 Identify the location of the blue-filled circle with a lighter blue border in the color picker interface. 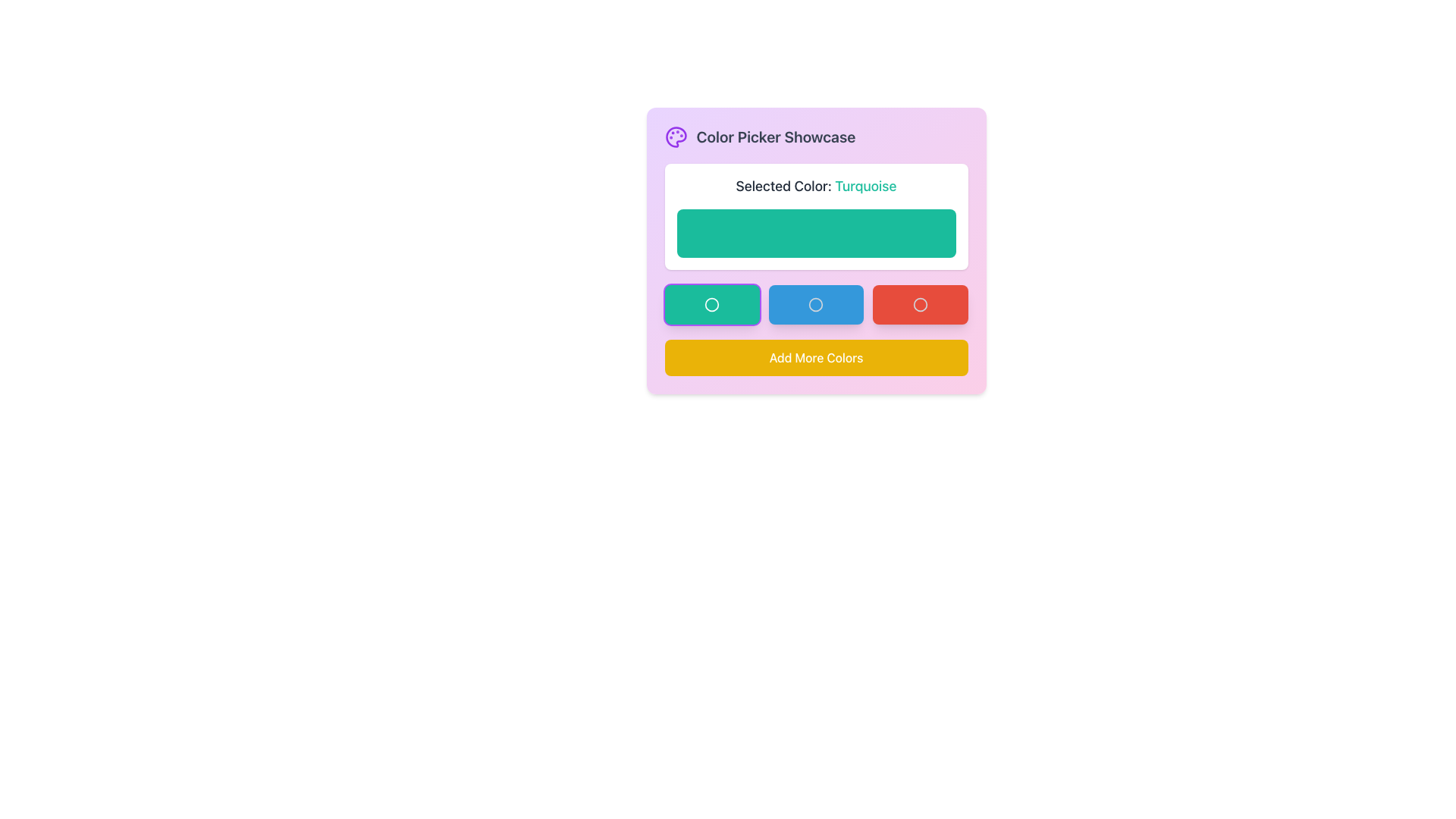
(815, 304).